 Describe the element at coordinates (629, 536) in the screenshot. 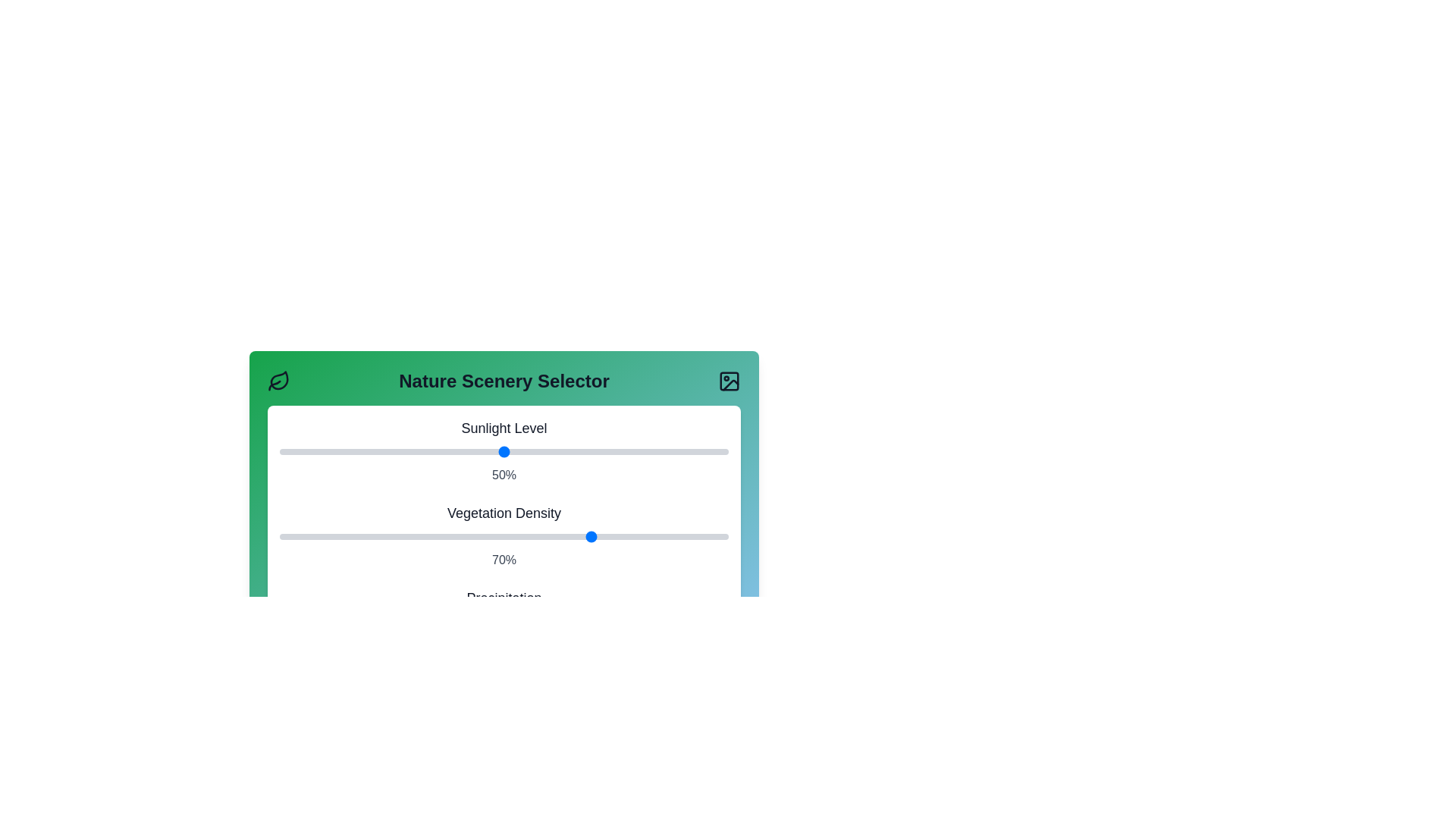

I see `the Vegetation Density slider to set its value to 78` at that location.